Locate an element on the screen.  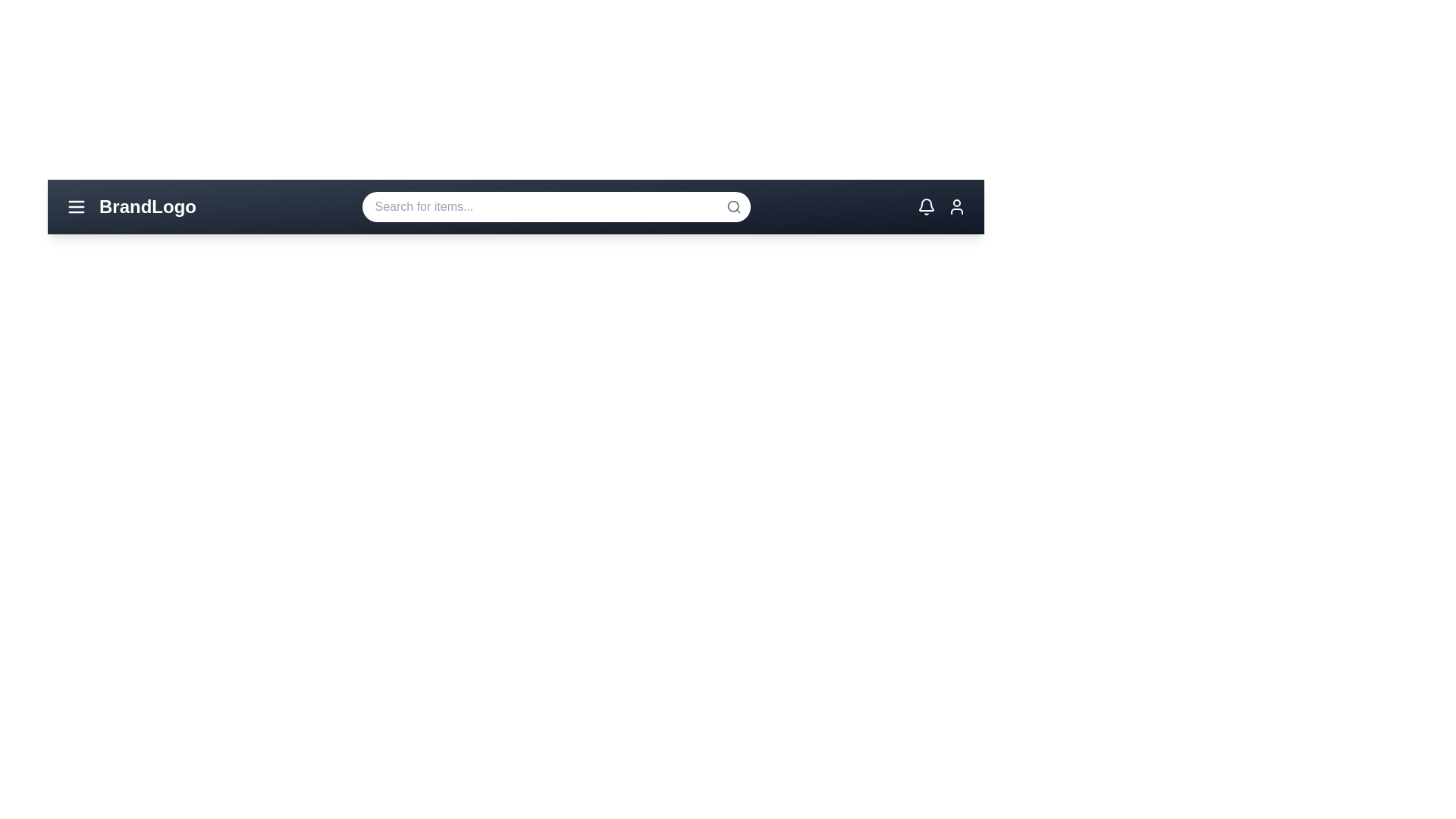
the search icon to initiate a search is located at coordinates (734, 207).